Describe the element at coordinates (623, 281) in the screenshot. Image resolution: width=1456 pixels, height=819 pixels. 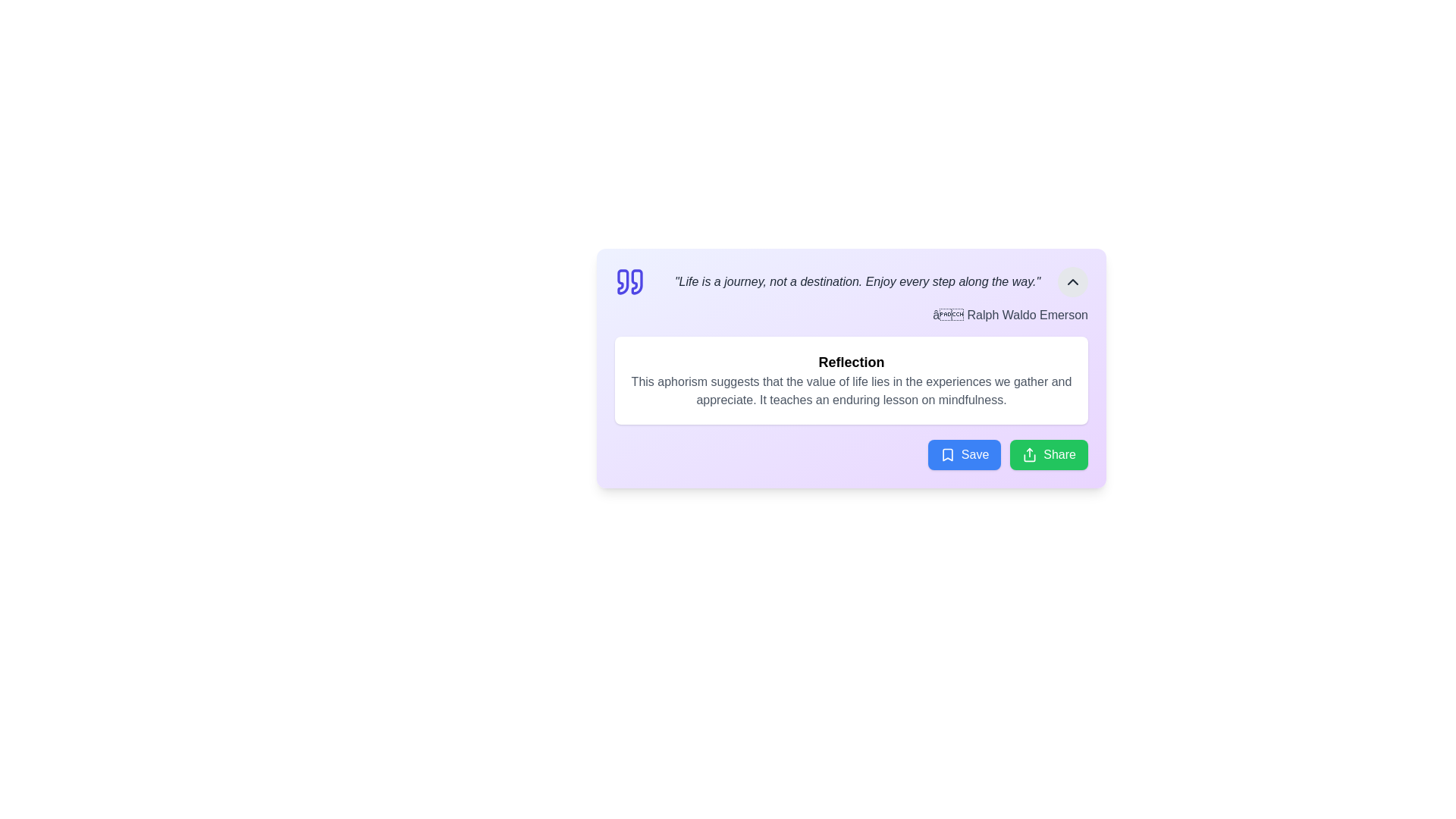
I see `the first blue quotation mark icon located at the top left of the component, which has a smooth outline and is part of a pair of matching quotation marks` at that location.